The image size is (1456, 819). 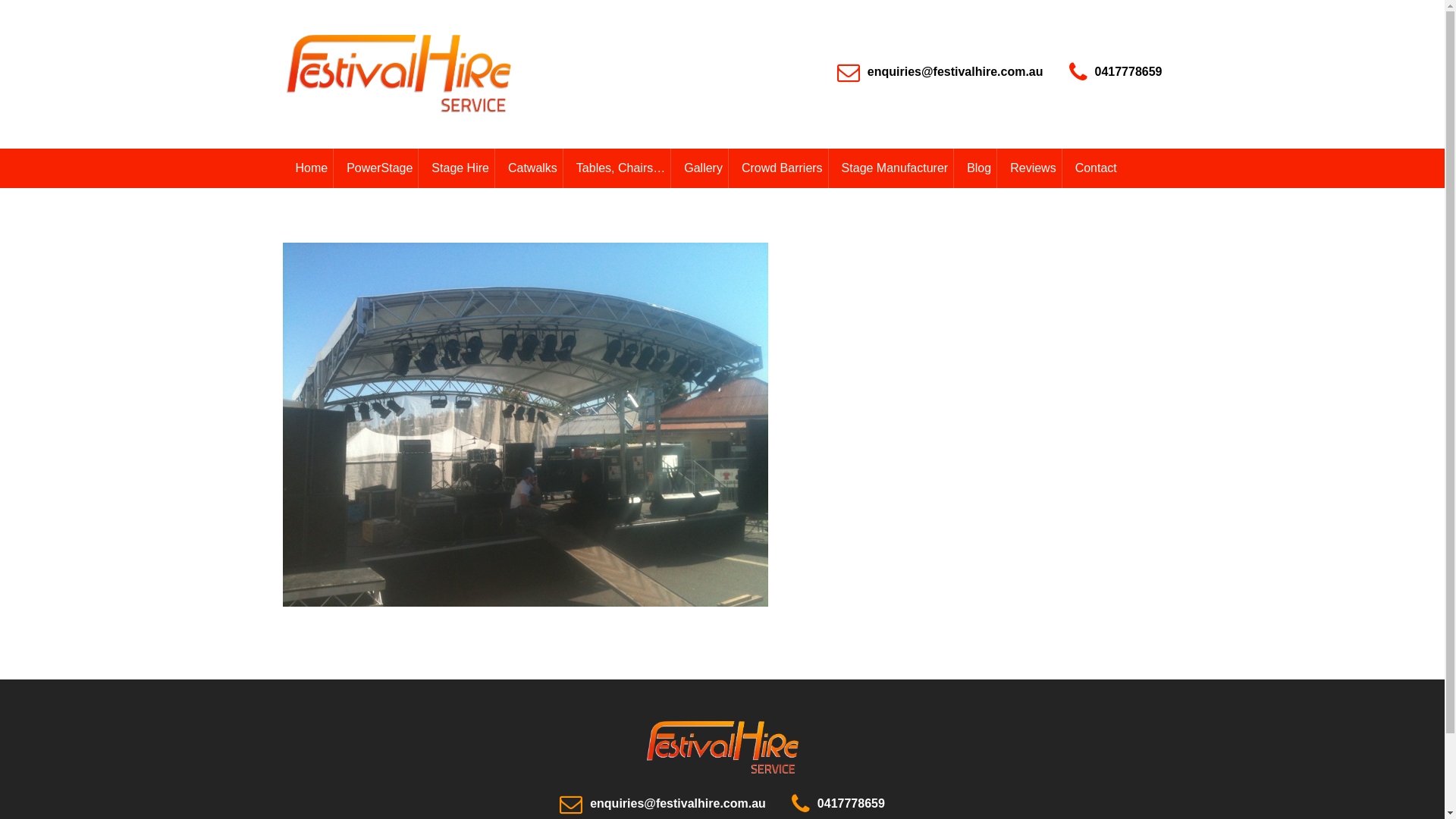 What do you see at coordinates (827, 168) in the screenshot?
I see `'Stage Manufacturer'` at bounding box center [827, 168].